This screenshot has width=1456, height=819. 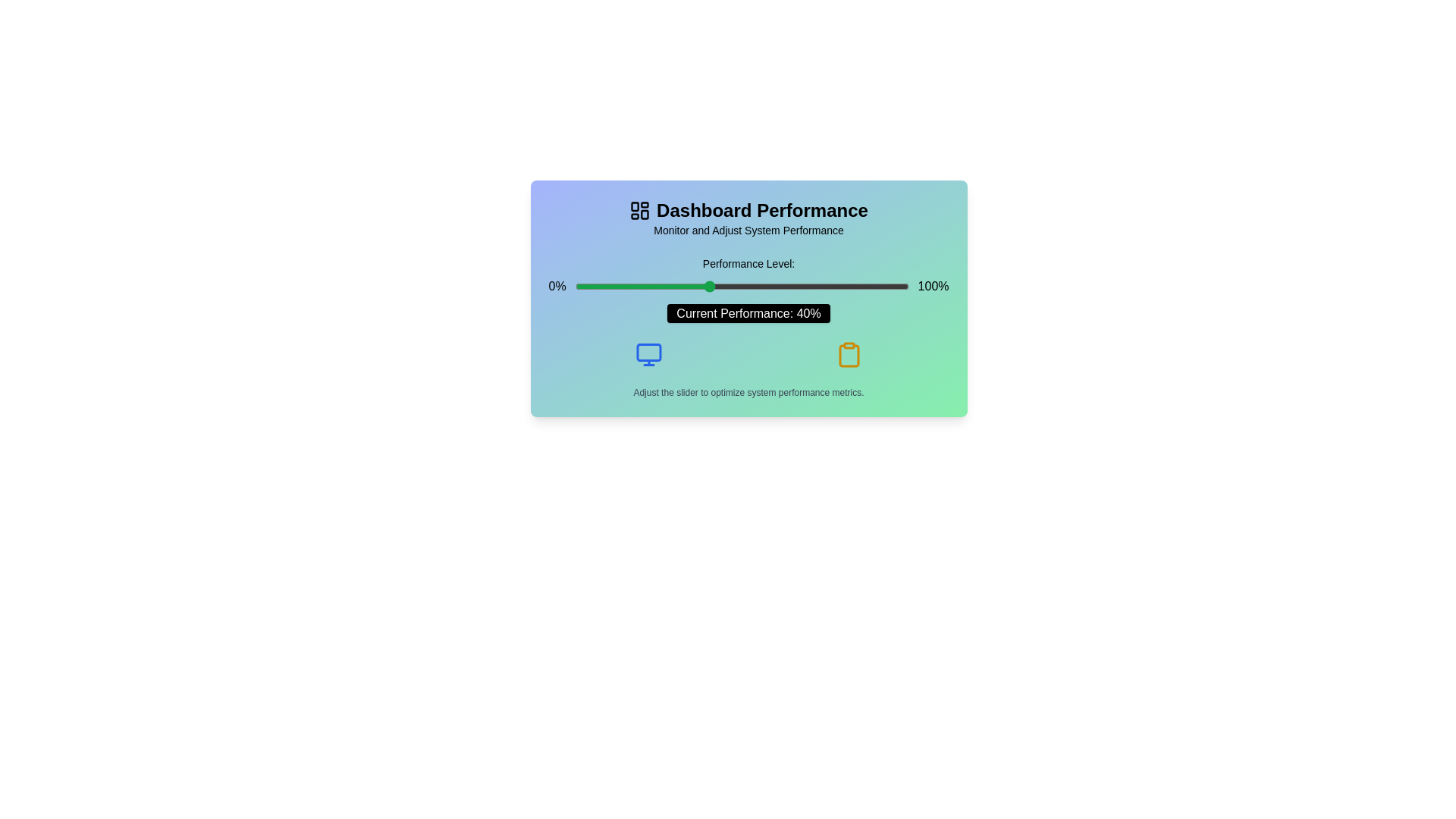 What do you see at coordinates (622, 287) in the screenshot?
I see `the slider to set the performance level to 14%` at bounding box center [622, 287].